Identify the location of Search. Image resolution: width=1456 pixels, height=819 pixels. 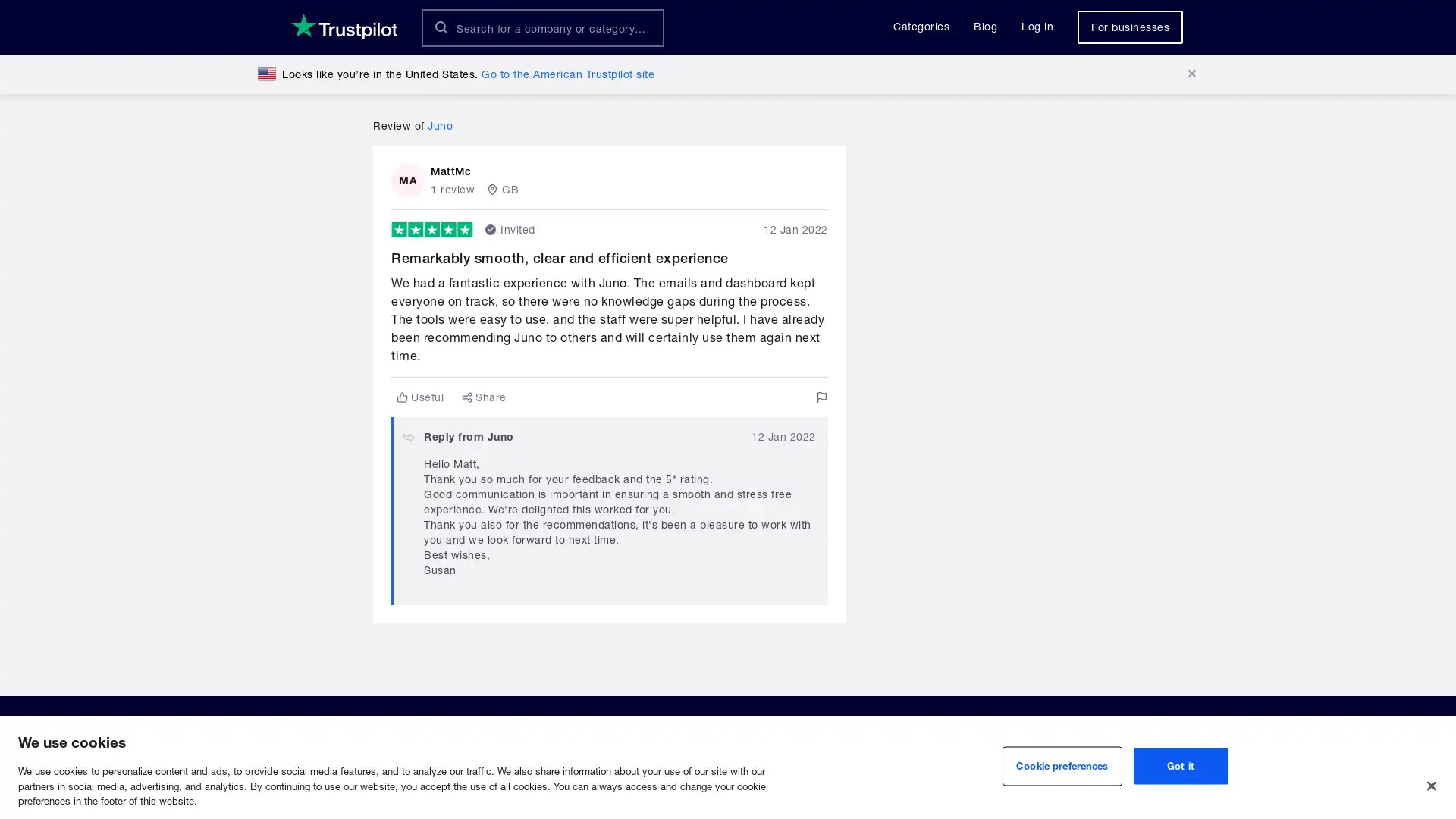
(440, 27).